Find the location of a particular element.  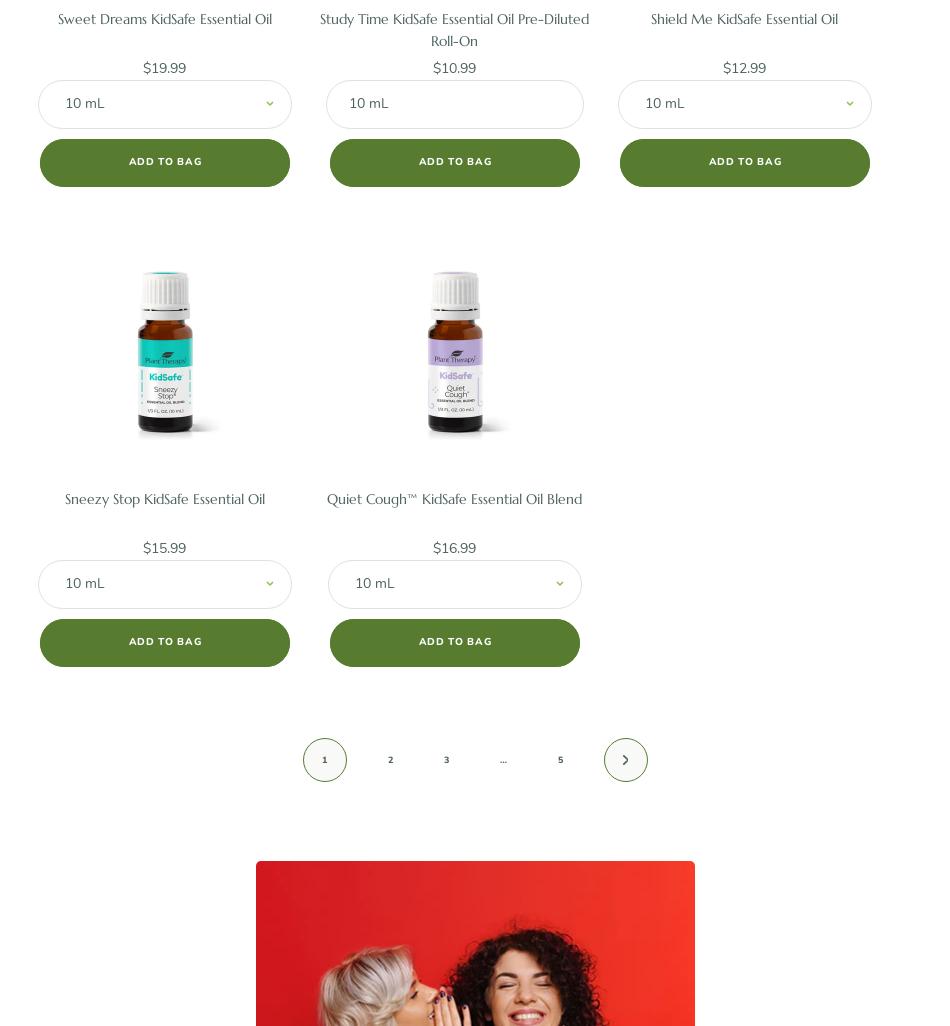

'10 mL
$19.99' is located at coordinates (164, 144).